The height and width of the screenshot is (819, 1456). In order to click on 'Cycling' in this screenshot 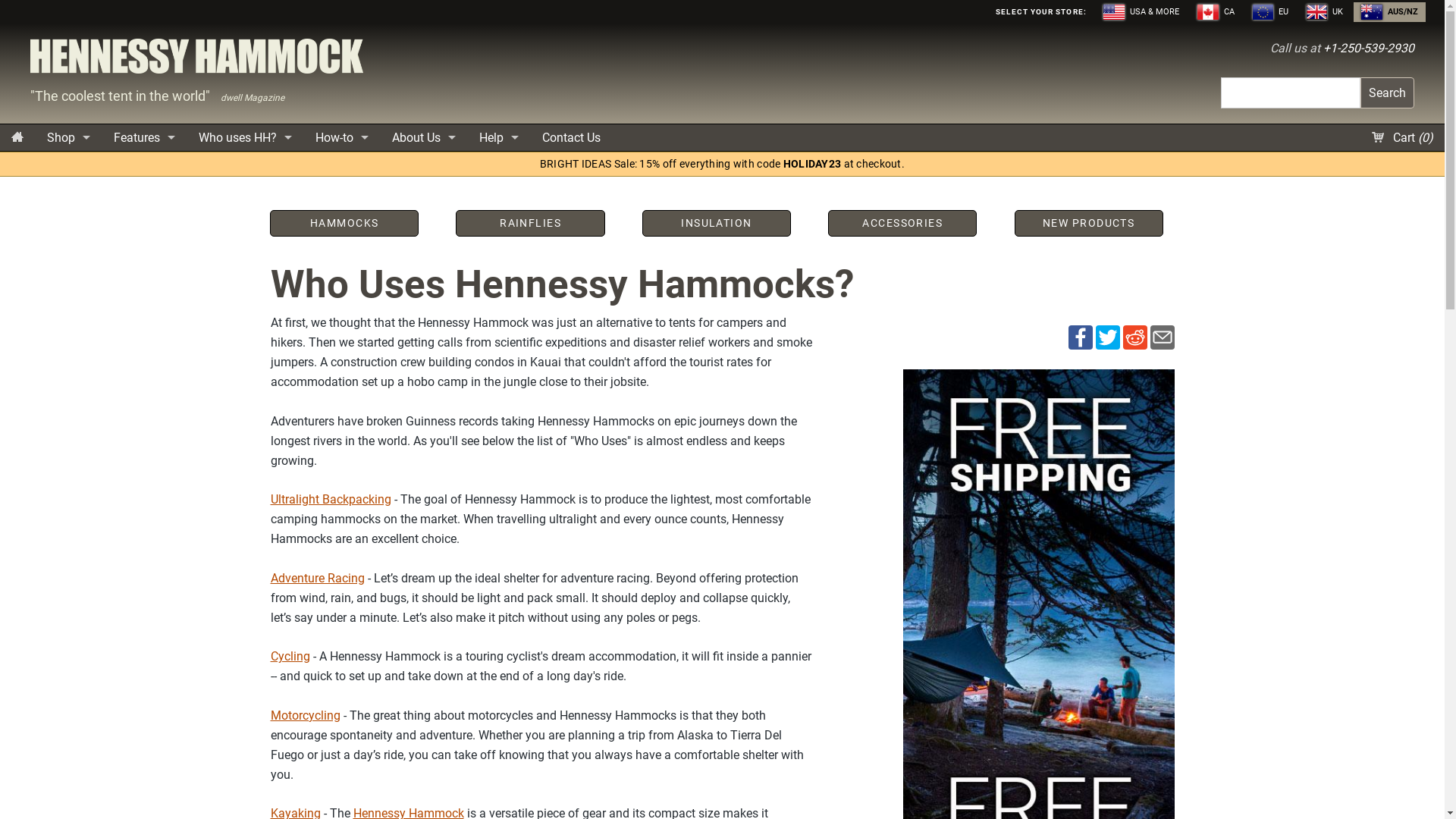, I will do `click(290, 655)`.